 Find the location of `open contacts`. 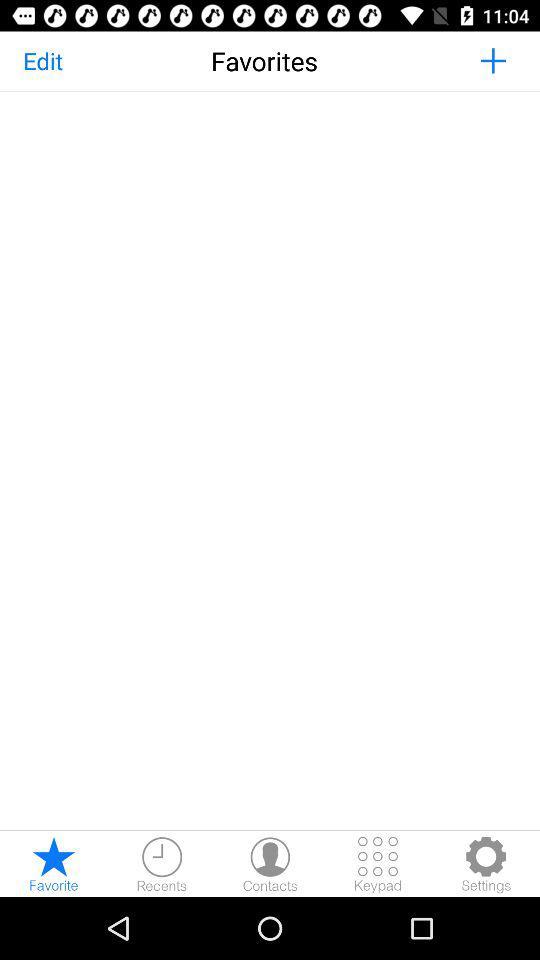

open contacts is located at coordinates (270, 863).